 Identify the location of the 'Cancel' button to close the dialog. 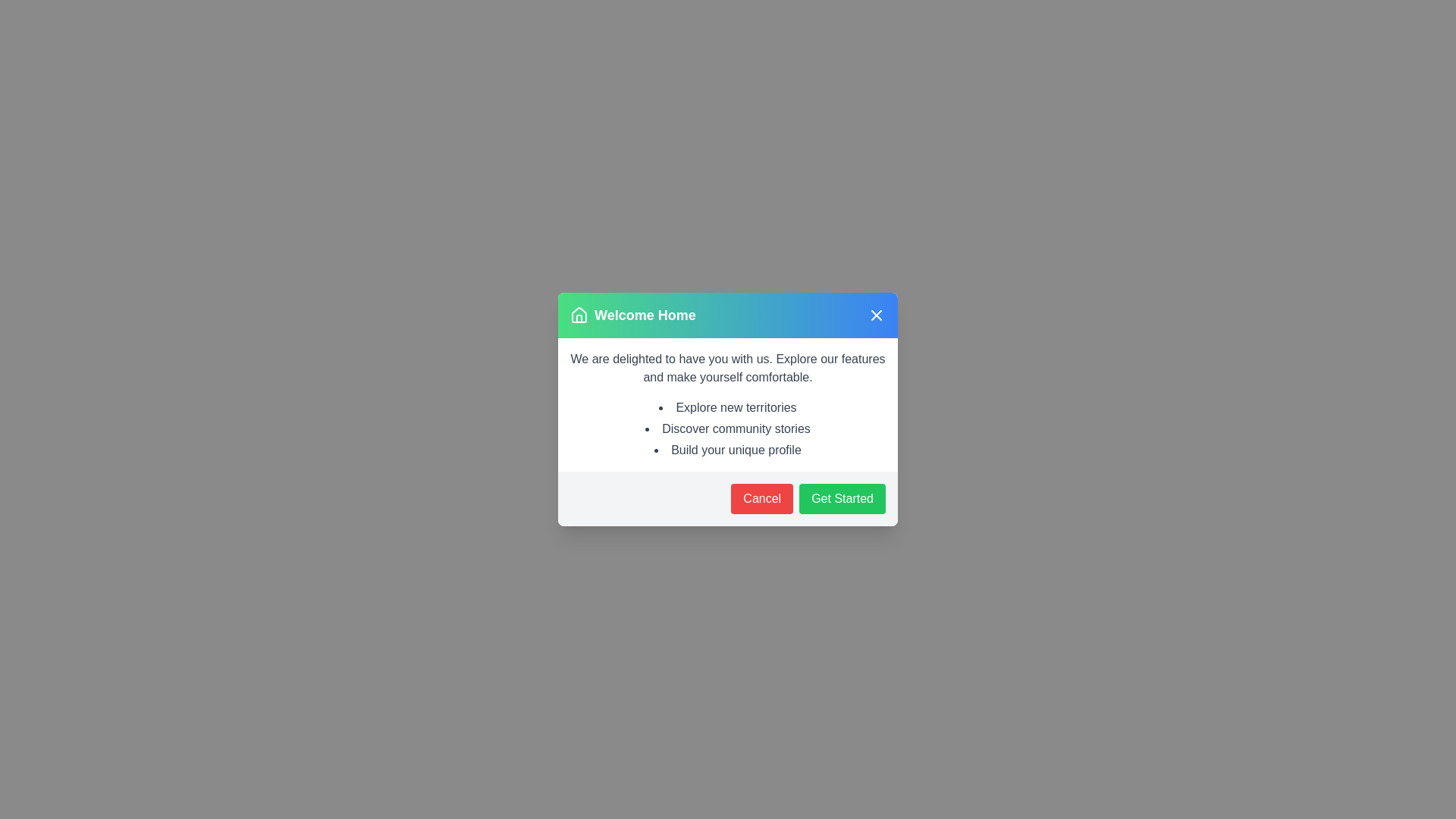
(761, 499).